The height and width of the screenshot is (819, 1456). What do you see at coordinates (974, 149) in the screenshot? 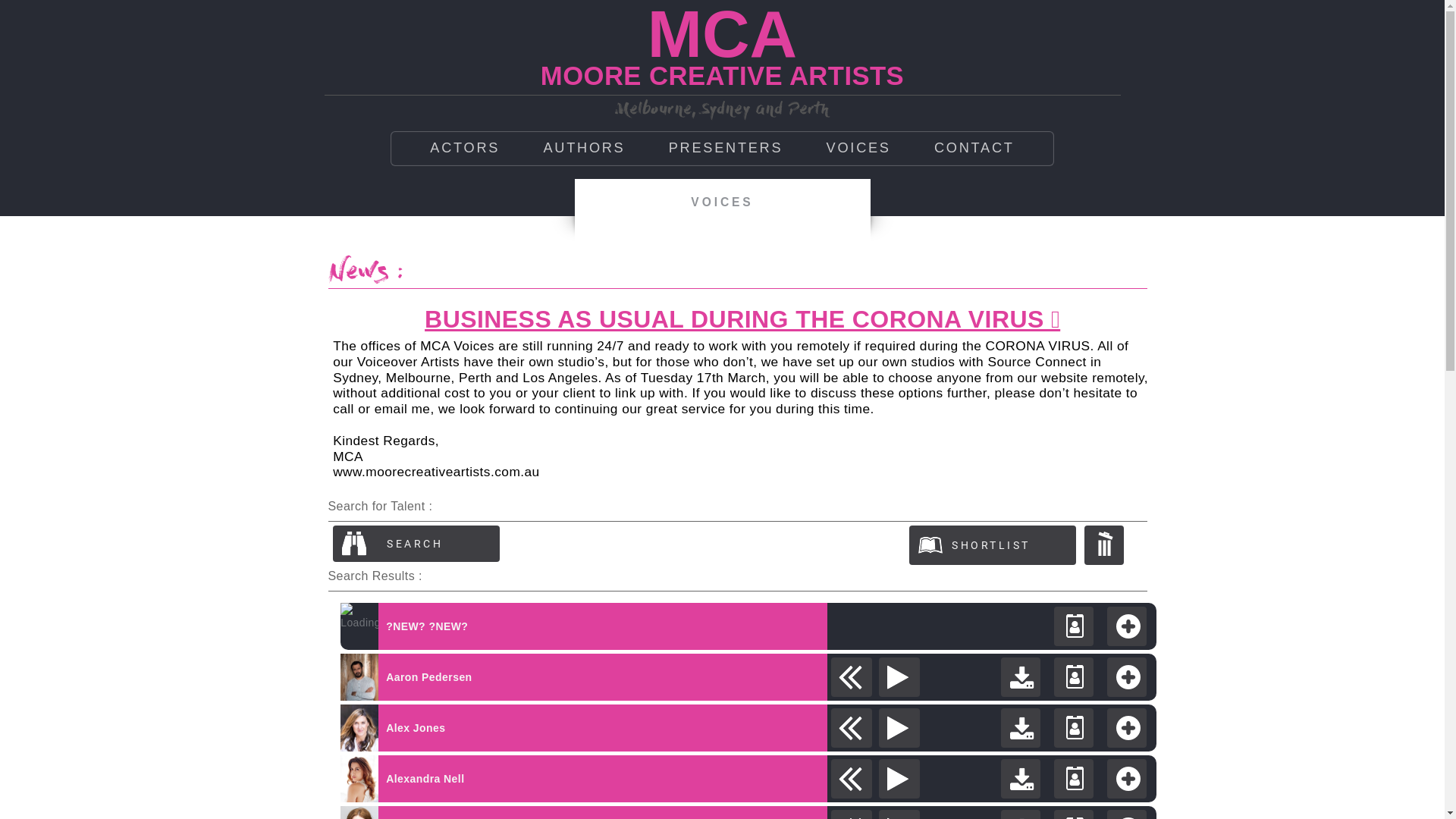
I see `'CONTACT'` at bounding box center [974, 149].